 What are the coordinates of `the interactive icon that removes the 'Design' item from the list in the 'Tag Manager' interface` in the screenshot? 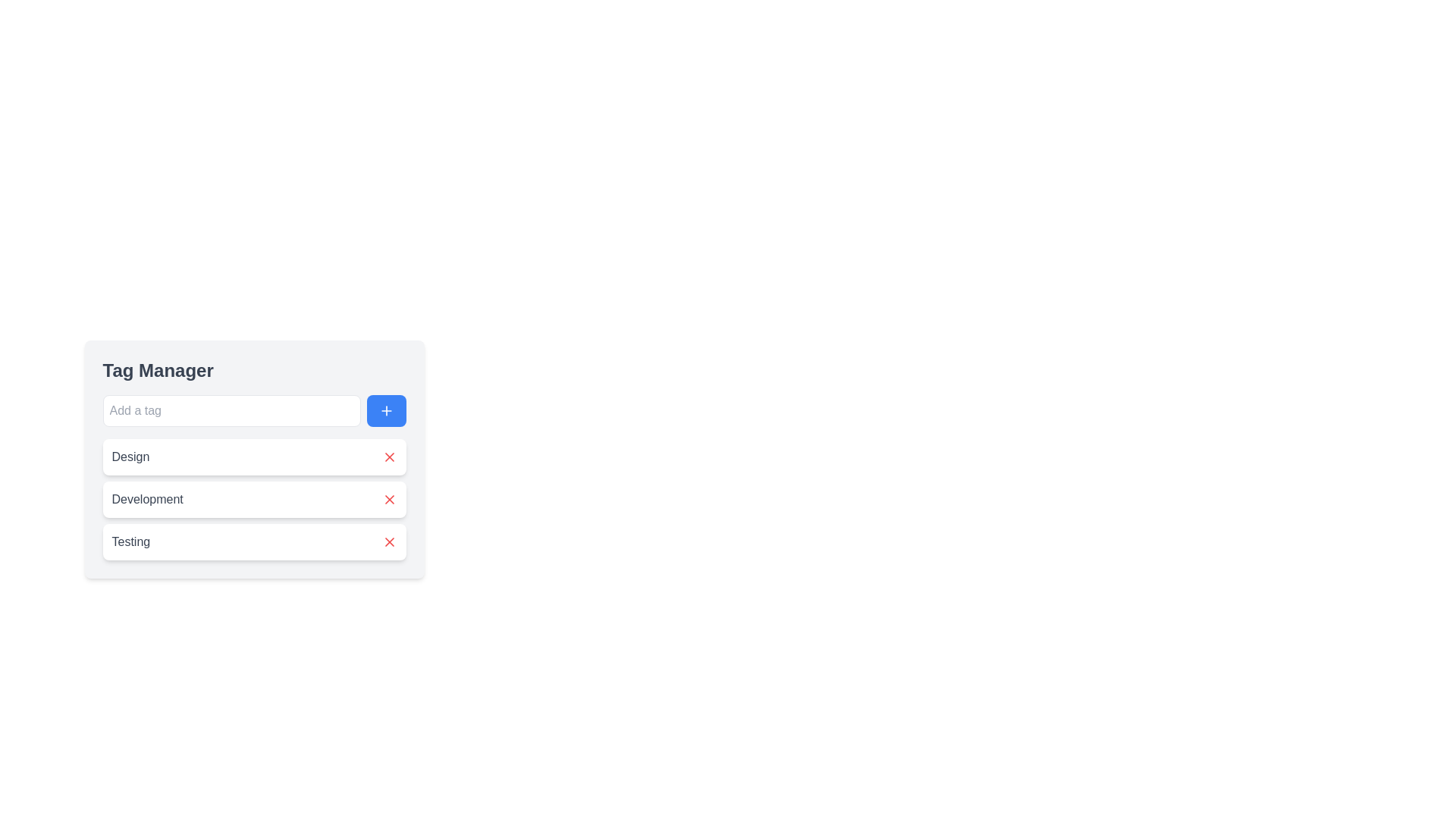 It's located at (389, 456).